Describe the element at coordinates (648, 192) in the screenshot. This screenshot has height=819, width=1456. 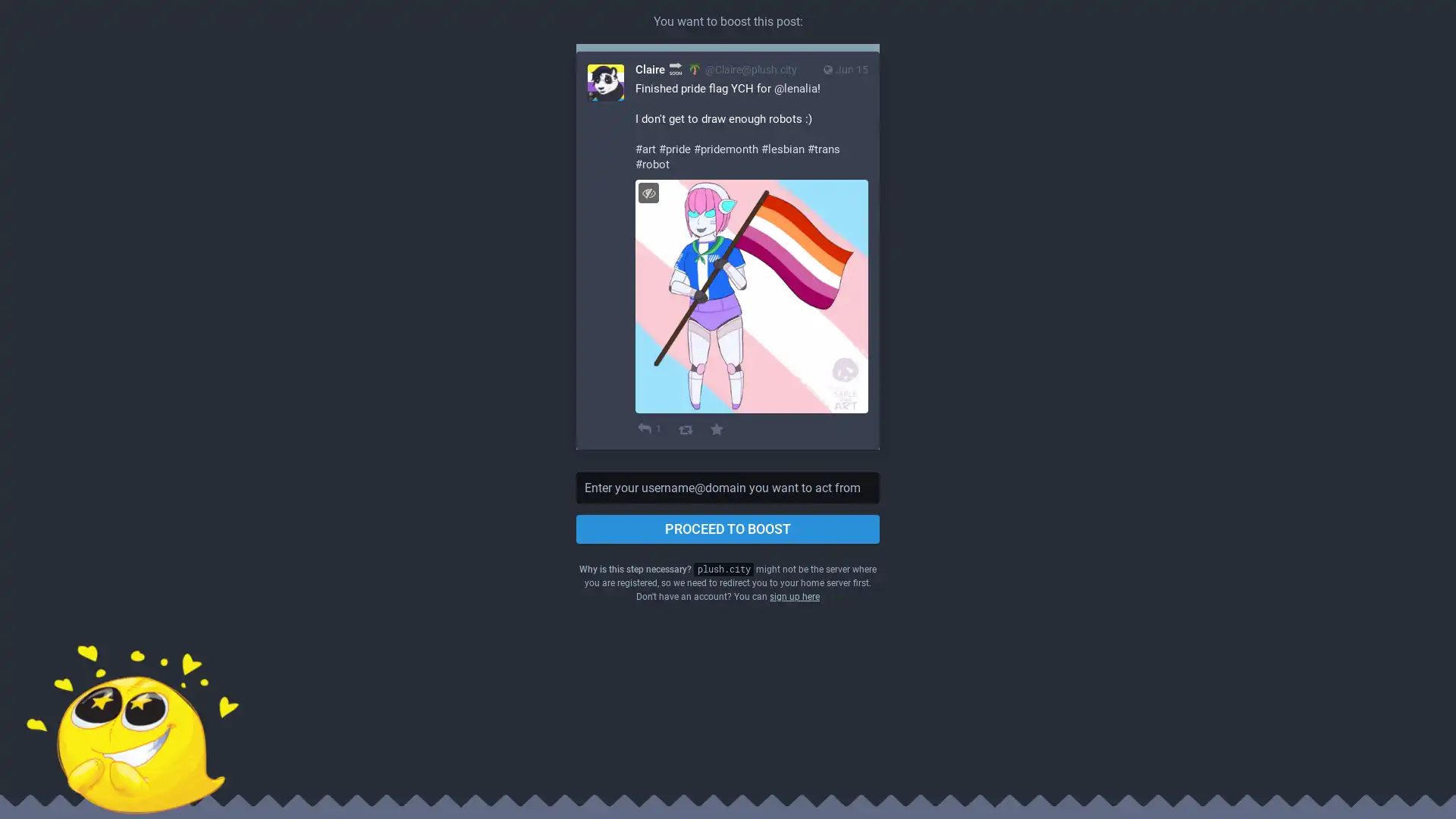
I see `Hide image` at that location.